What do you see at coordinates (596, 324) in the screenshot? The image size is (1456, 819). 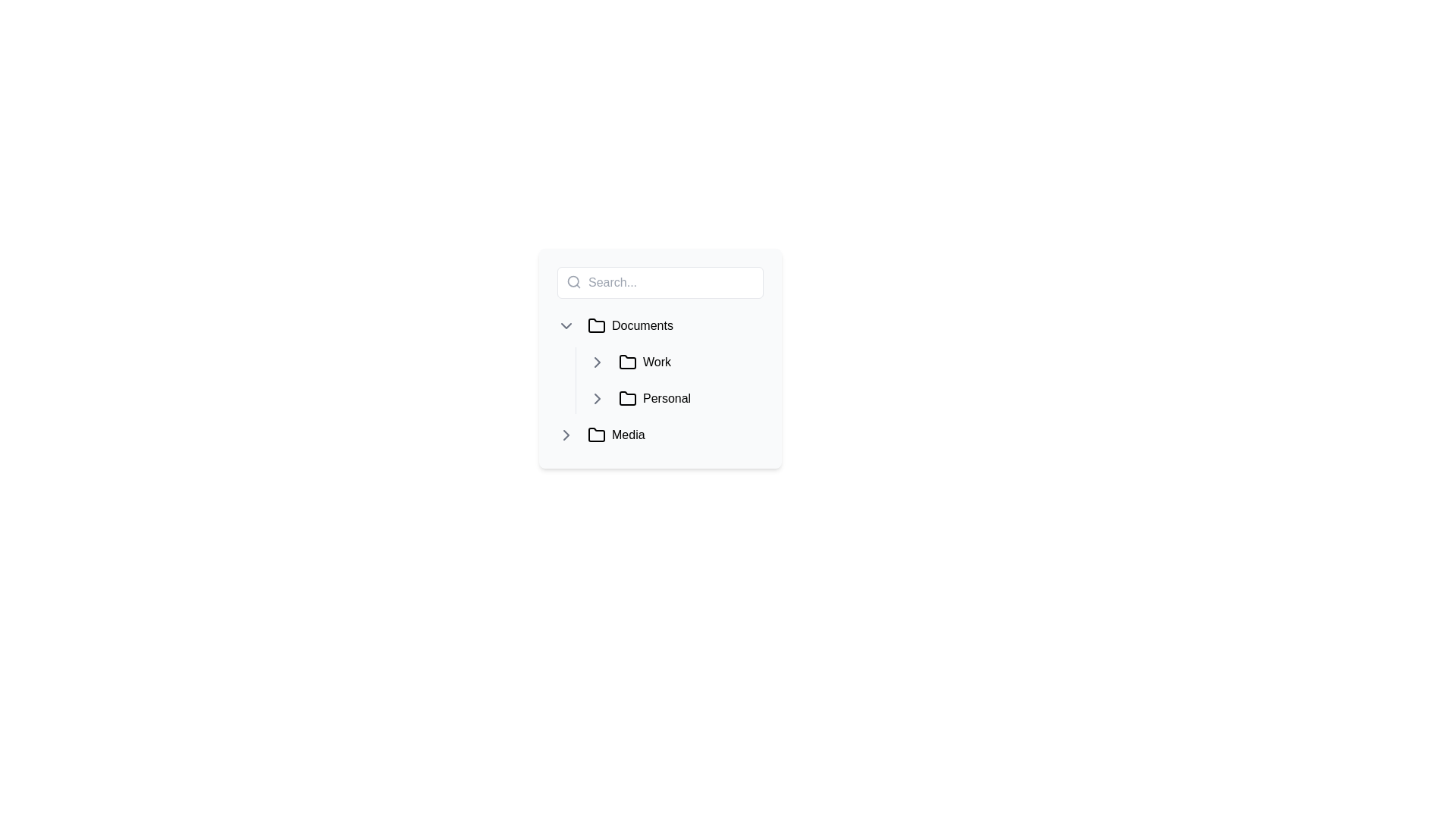 I see `the 'Documents' folder icon in the navigation list, which is the first item above 'Work' and 'Personal'` at bounding box center [596, 324].